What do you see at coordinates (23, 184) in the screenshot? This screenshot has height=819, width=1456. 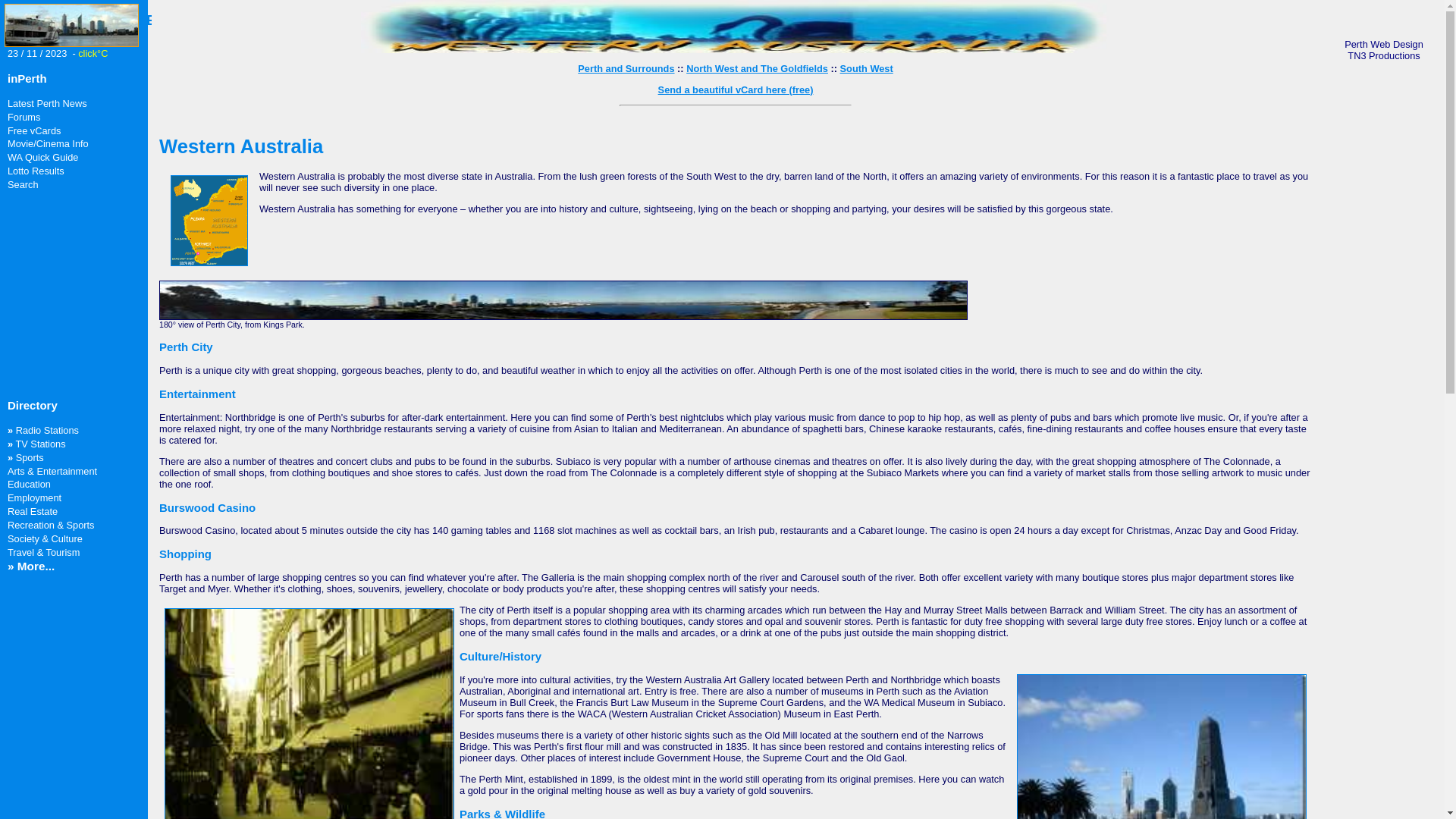 I see `'Search'` at bounding box center [23, 184].